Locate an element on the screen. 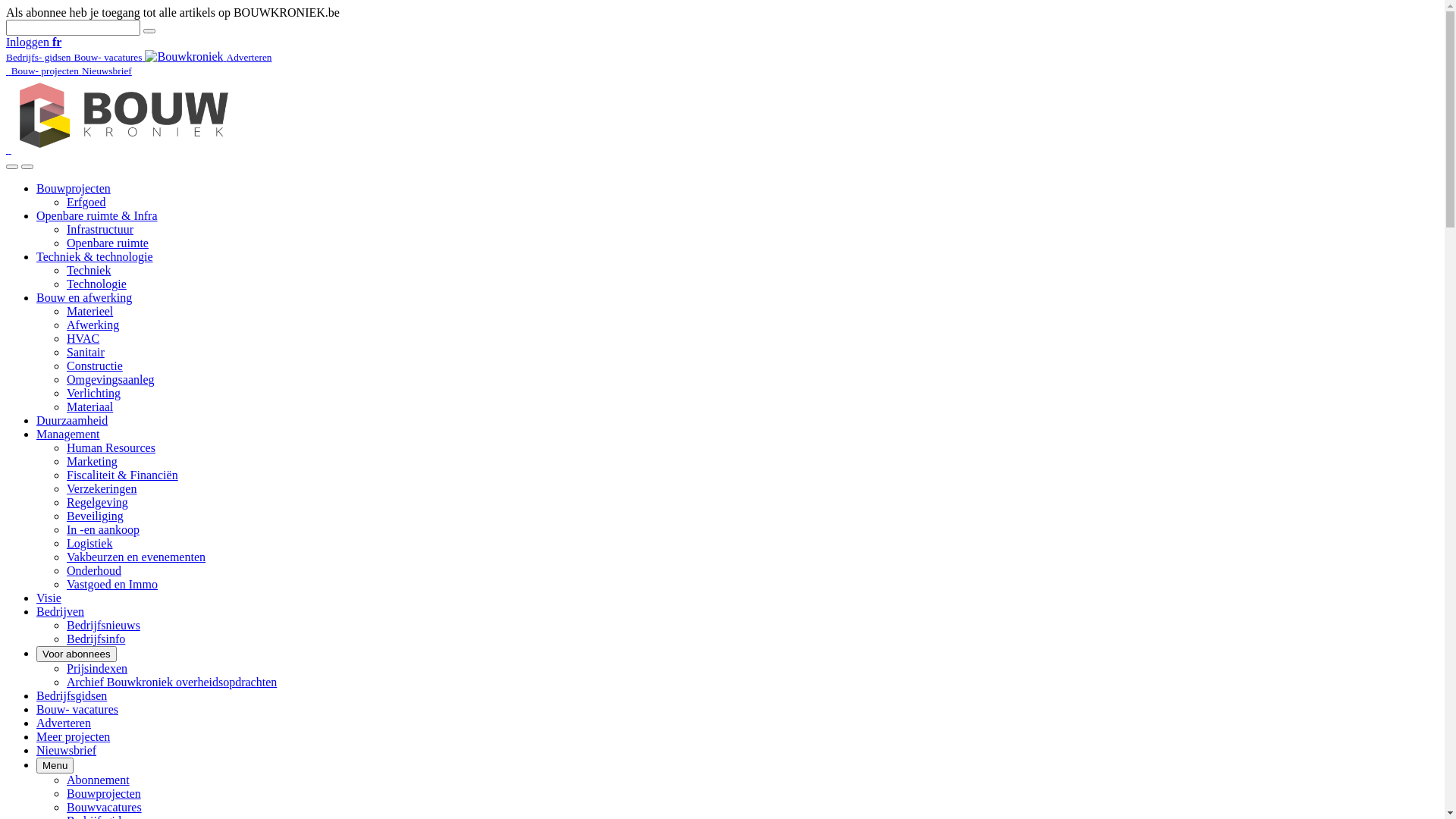 Image resolution: width=1456 pixels, height=819 pixels. 'Meer projecten' is located at coordinates (36, 736).